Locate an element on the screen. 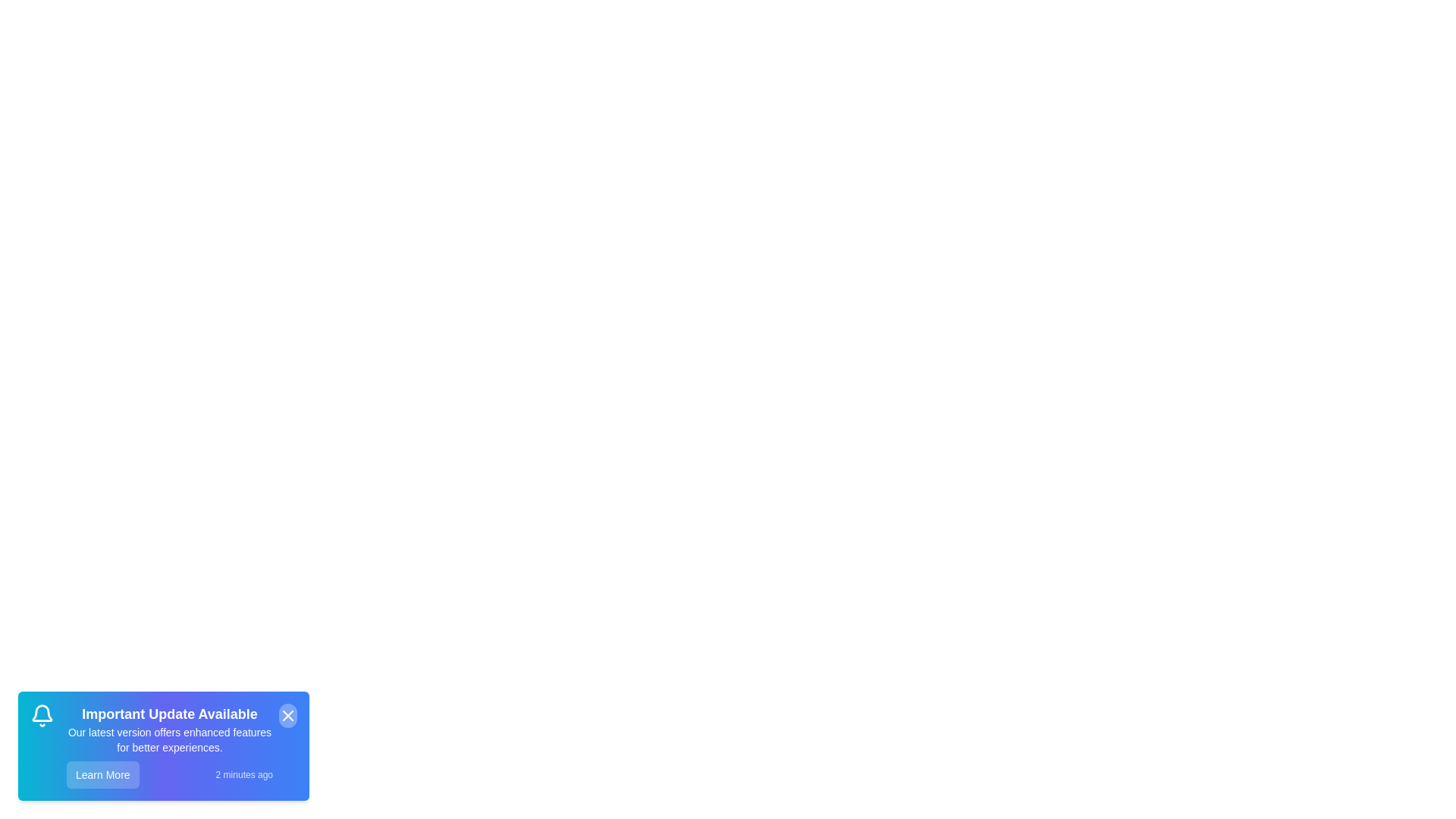 The image size is (1456, 819). the close button of the notification popup is located at coordinates (287, 716).